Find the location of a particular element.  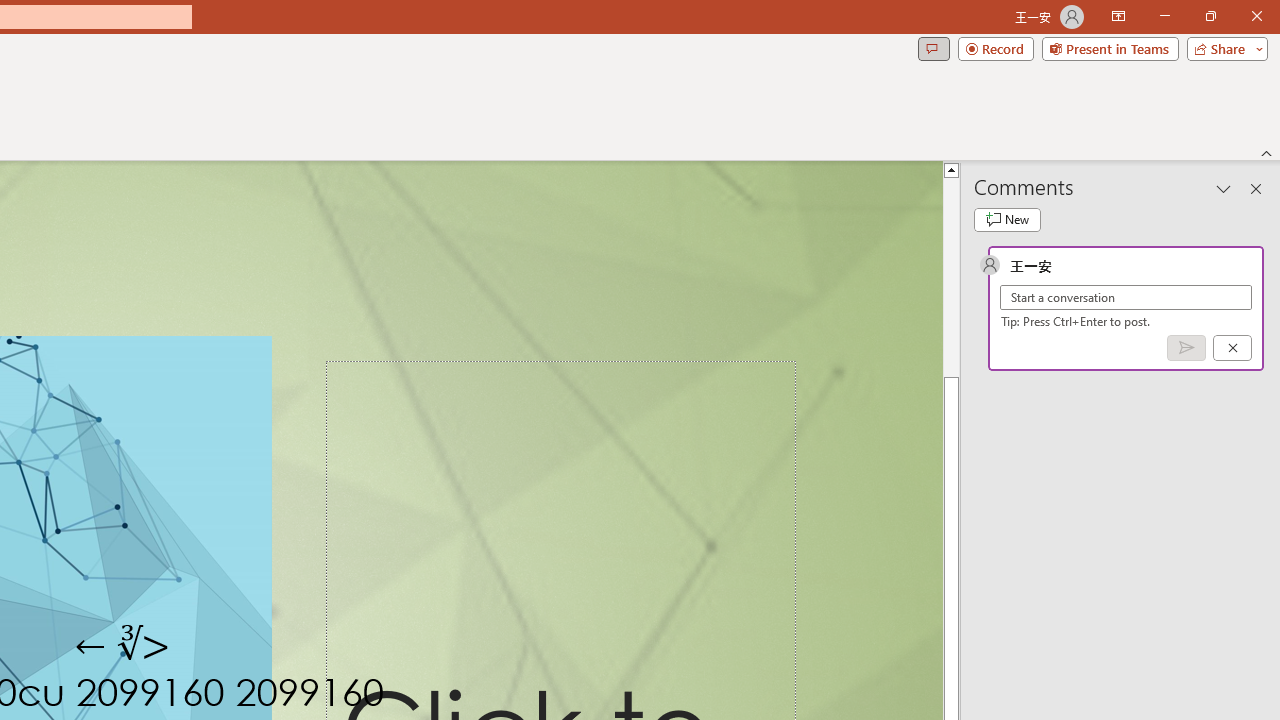

'New comment' is located at coordinates (1007, 219).